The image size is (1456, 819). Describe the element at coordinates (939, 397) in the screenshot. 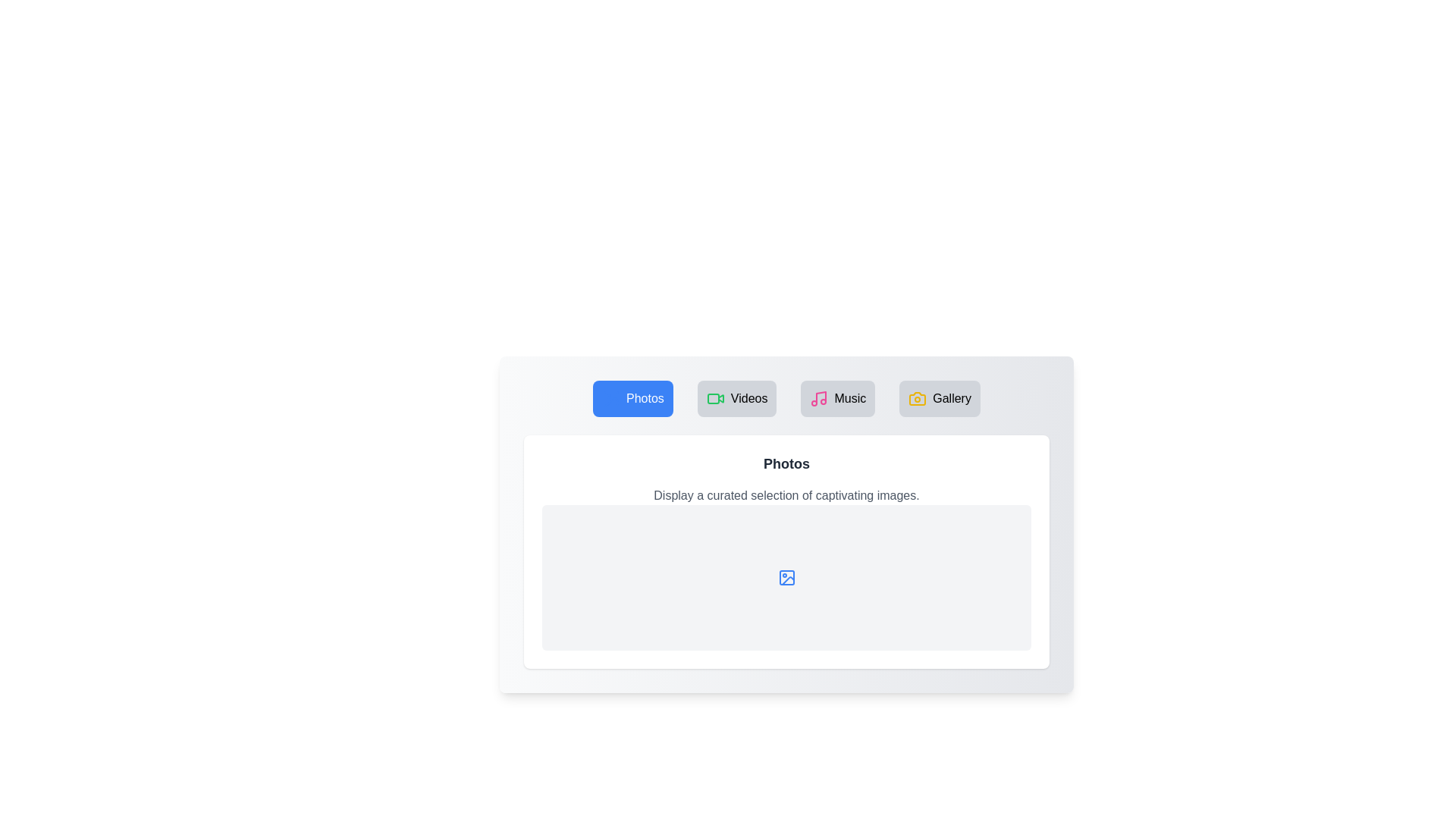

I see `the tab labeled Gallery to view its content` at that location.